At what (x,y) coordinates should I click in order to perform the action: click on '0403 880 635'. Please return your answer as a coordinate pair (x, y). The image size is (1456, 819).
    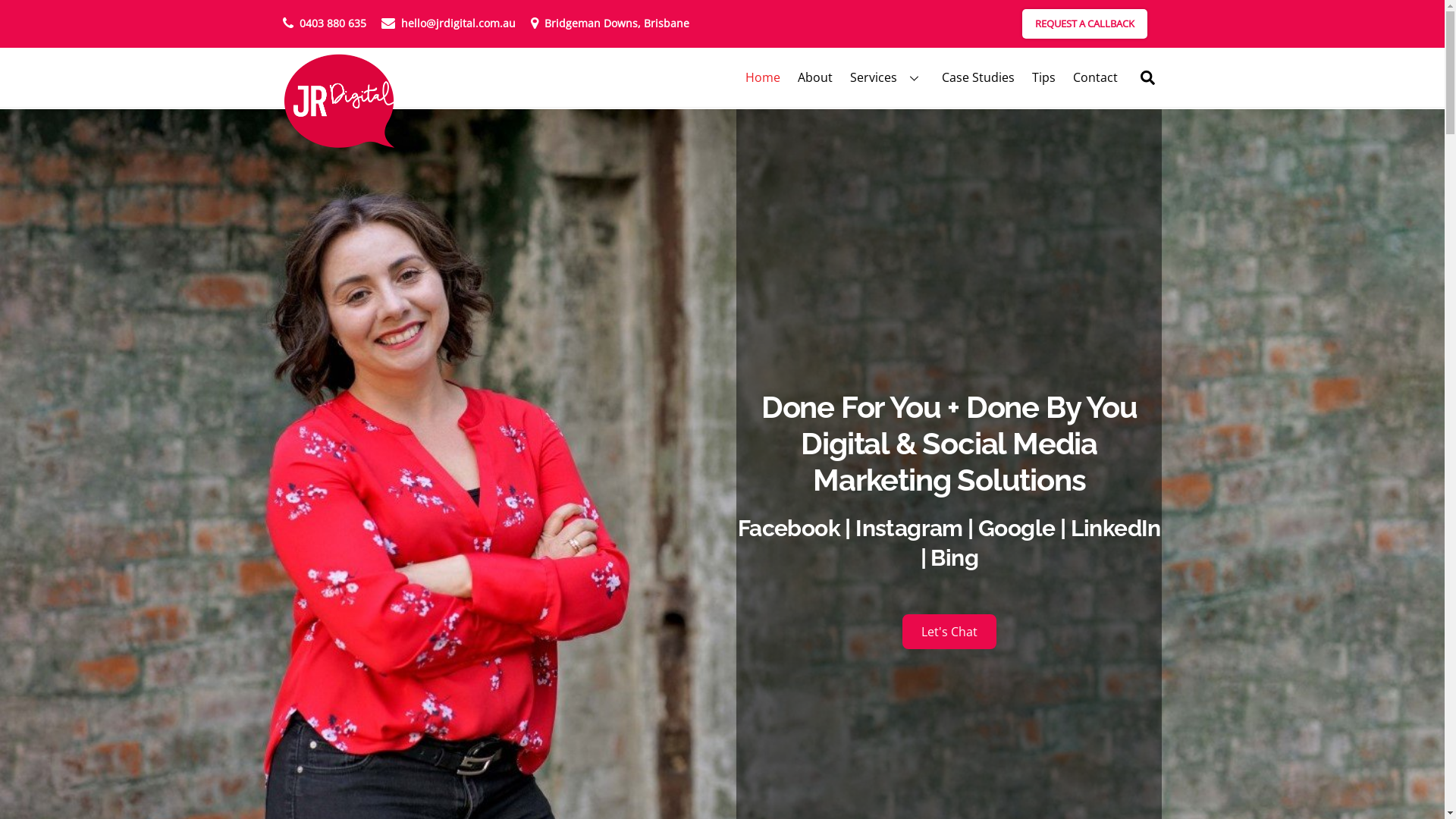
    Looking at the image, I should click on (323, 23).